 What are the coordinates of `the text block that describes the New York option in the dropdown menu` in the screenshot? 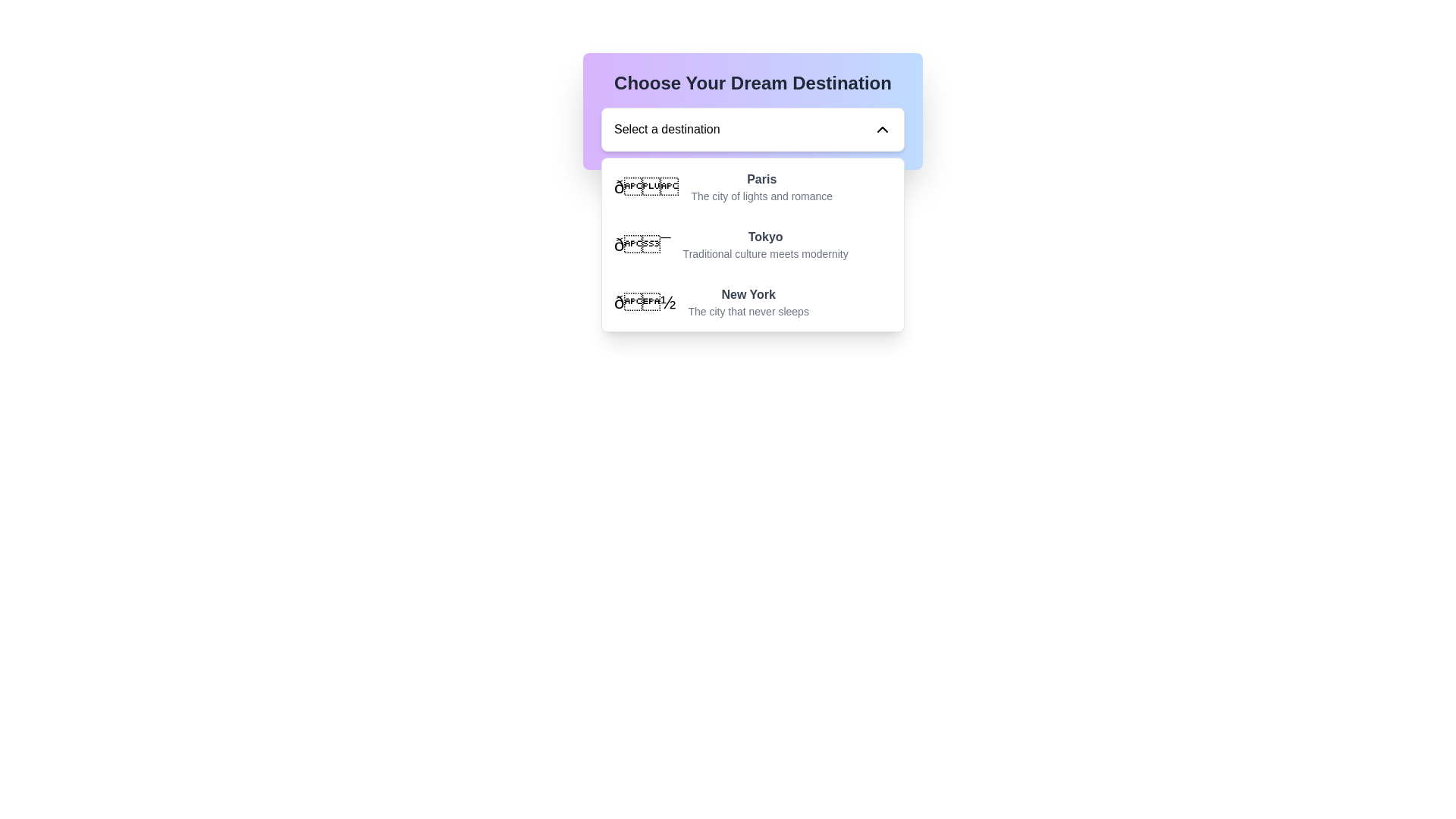 It's located at (748, 302).